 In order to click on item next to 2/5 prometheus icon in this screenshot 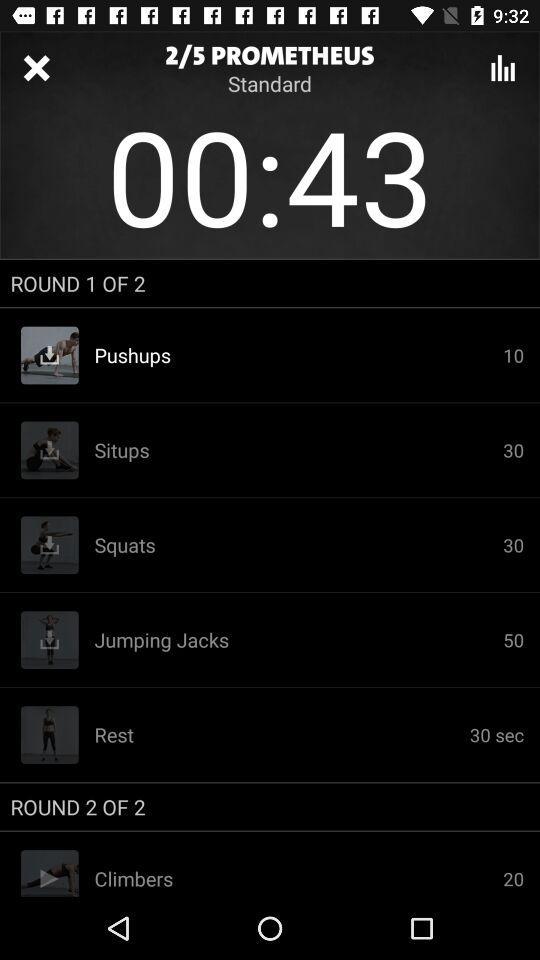, I will do `click(502, 68)`.